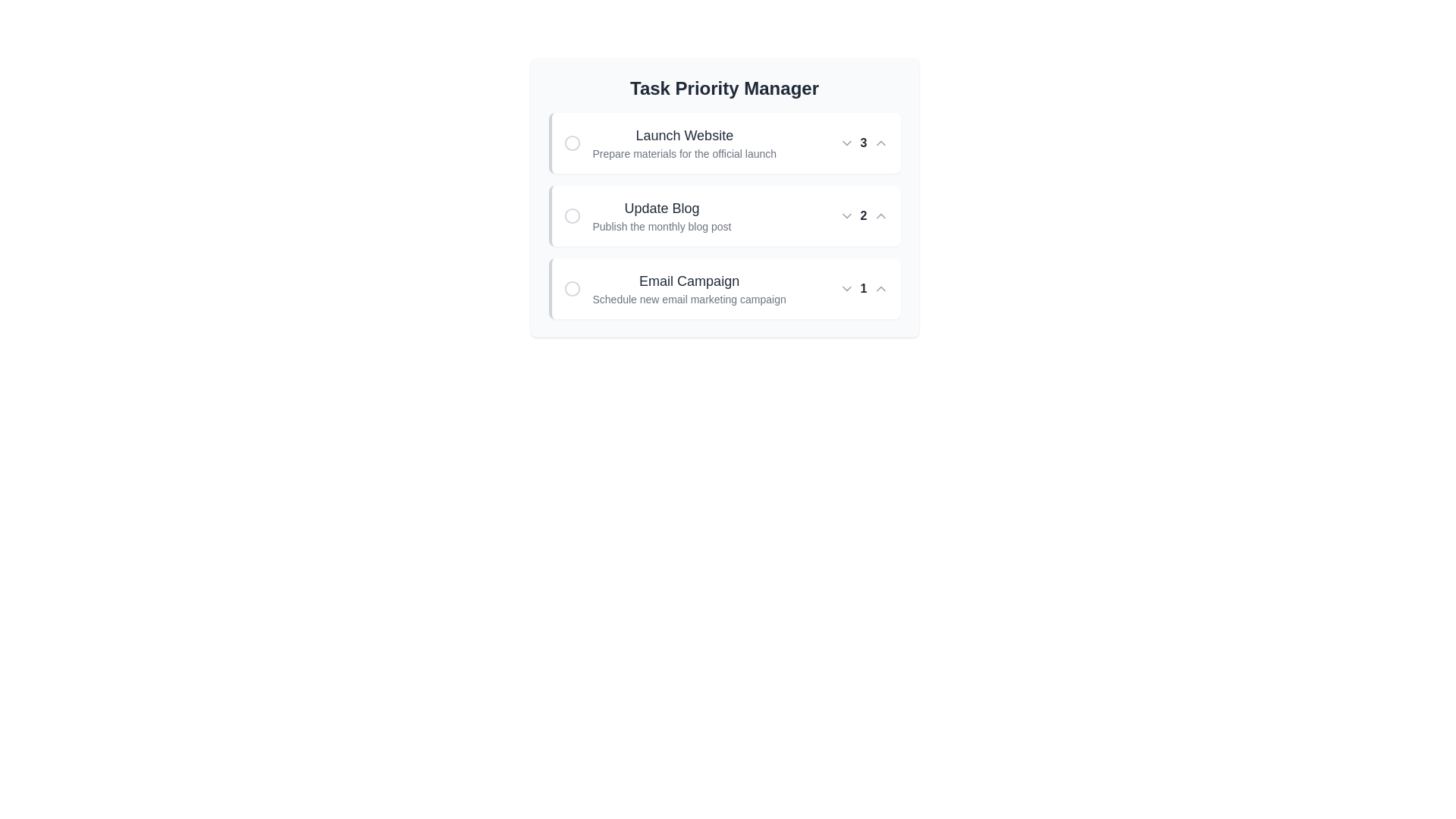 This screenshot has width=1456, height=819. I want to click on the circular checkbox located in the center of the second task item box titled 'Update Blog', so click(571, 216).